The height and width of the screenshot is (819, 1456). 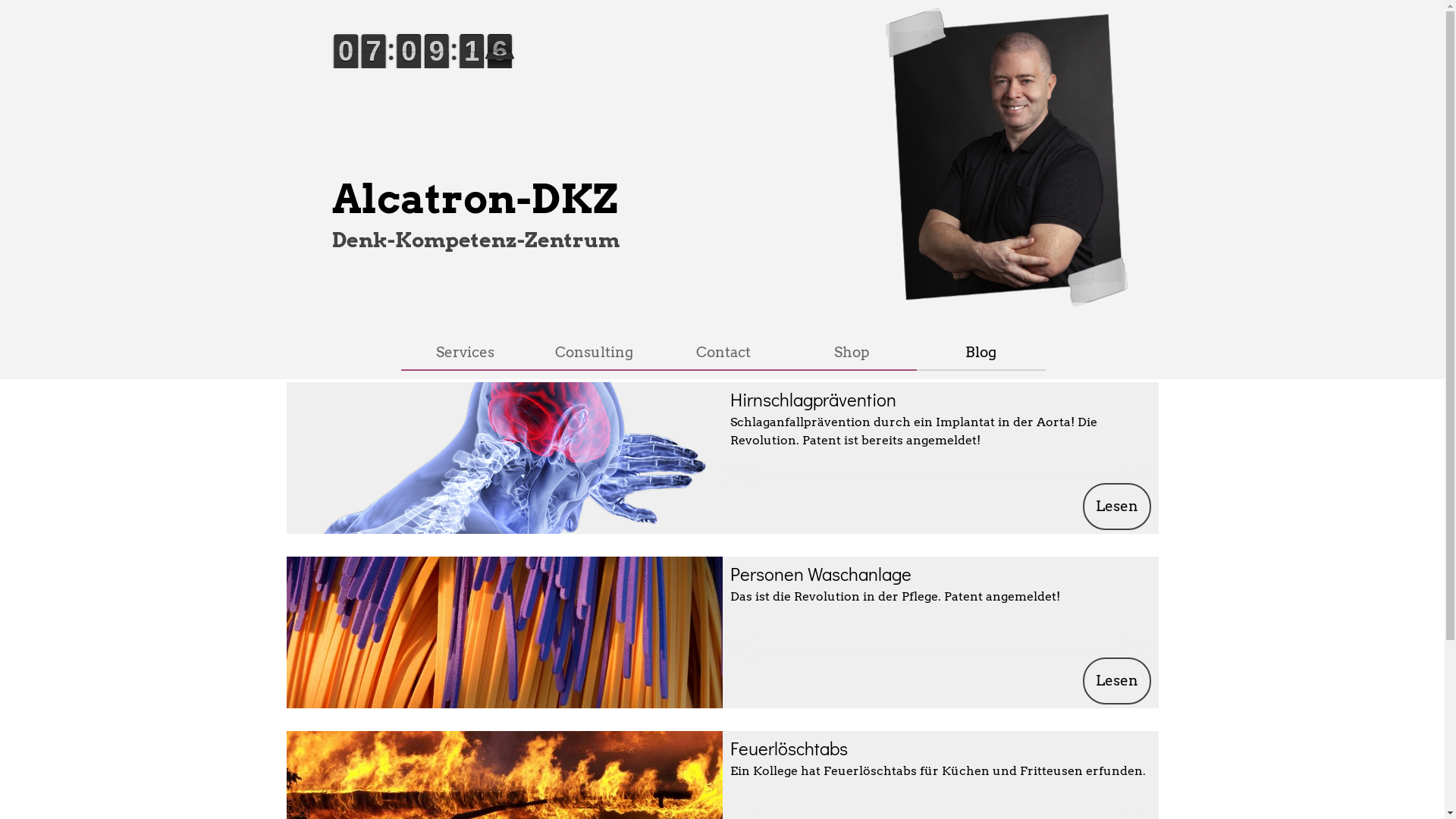 What do you see at coordinates (819, 573) in the screenshot?
I see `'Personen Waschanlage'` at bounding box center [819, 573].